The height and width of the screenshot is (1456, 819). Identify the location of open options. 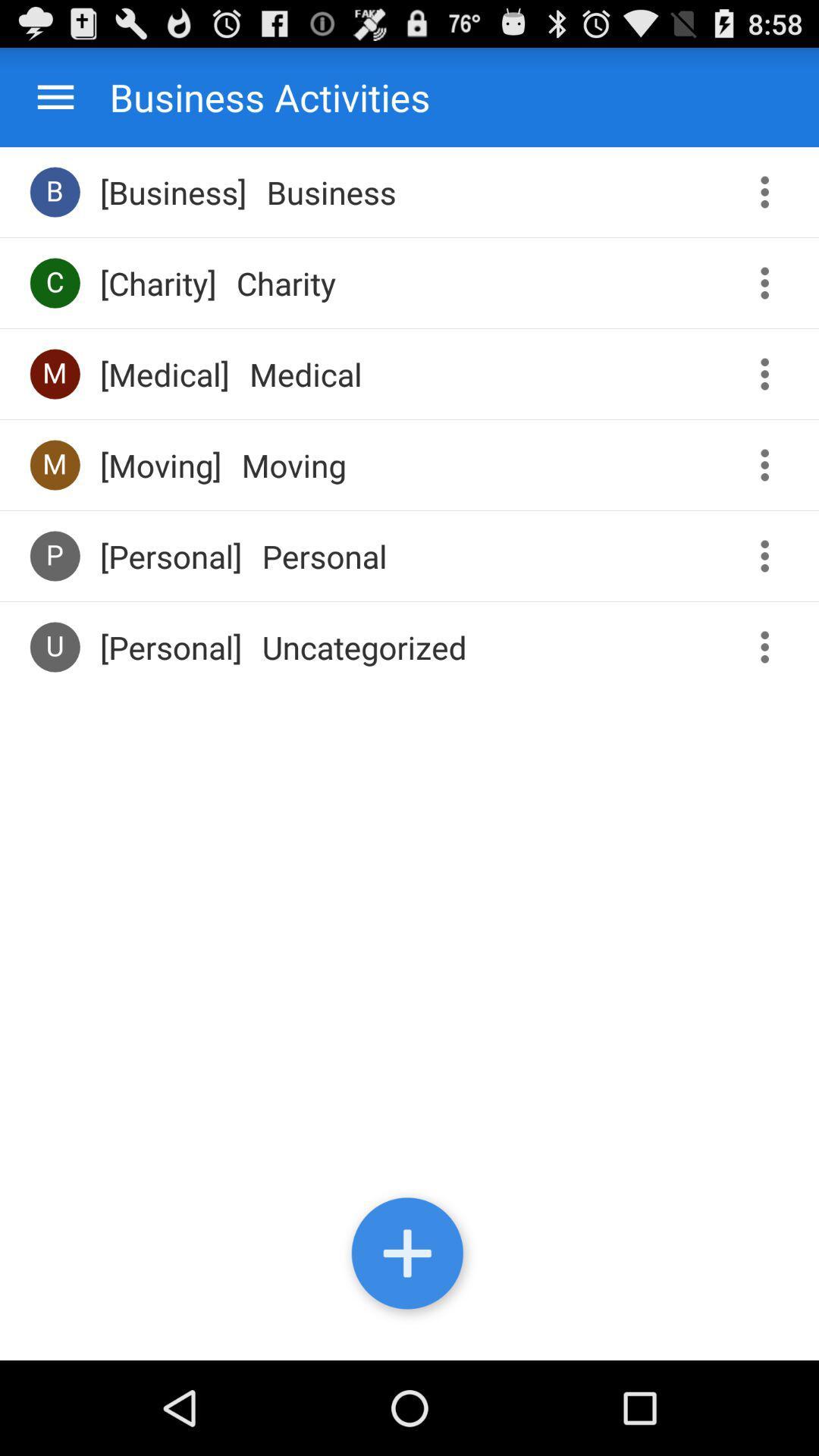
(770, 647).